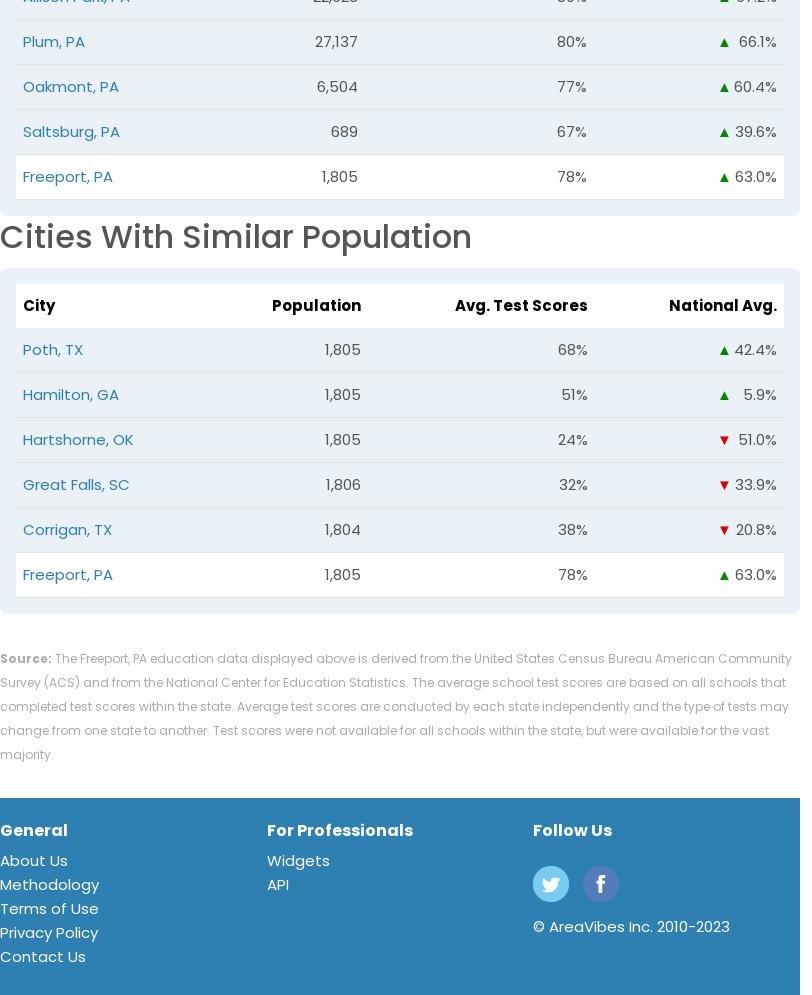 This screenshot has height=995, width=812. I want to click on '1,806', so click(343, 484).